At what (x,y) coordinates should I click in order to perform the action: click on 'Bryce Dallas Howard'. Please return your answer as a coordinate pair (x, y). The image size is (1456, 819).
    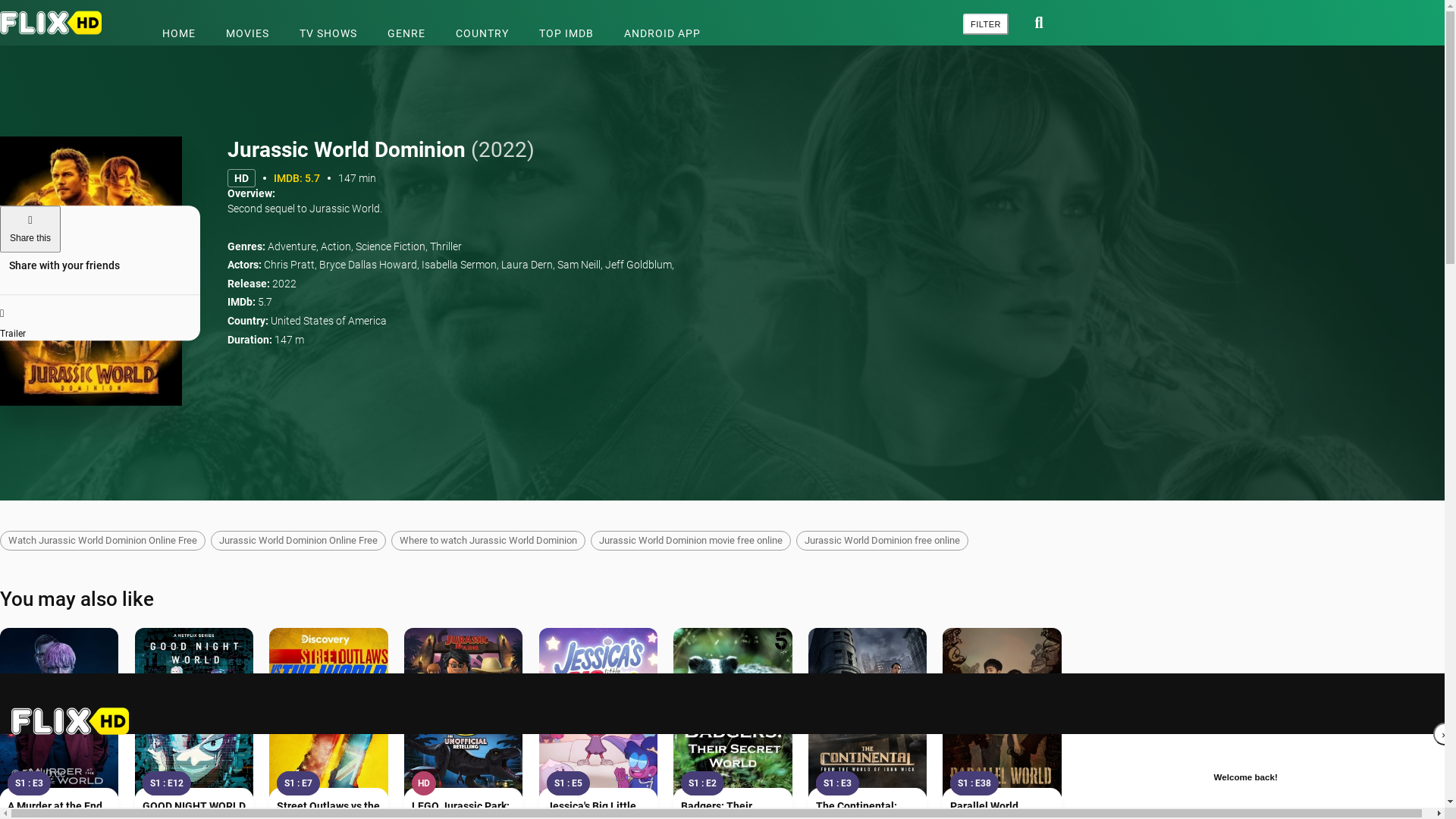
    Looking at the image, I should click on (368, 263).